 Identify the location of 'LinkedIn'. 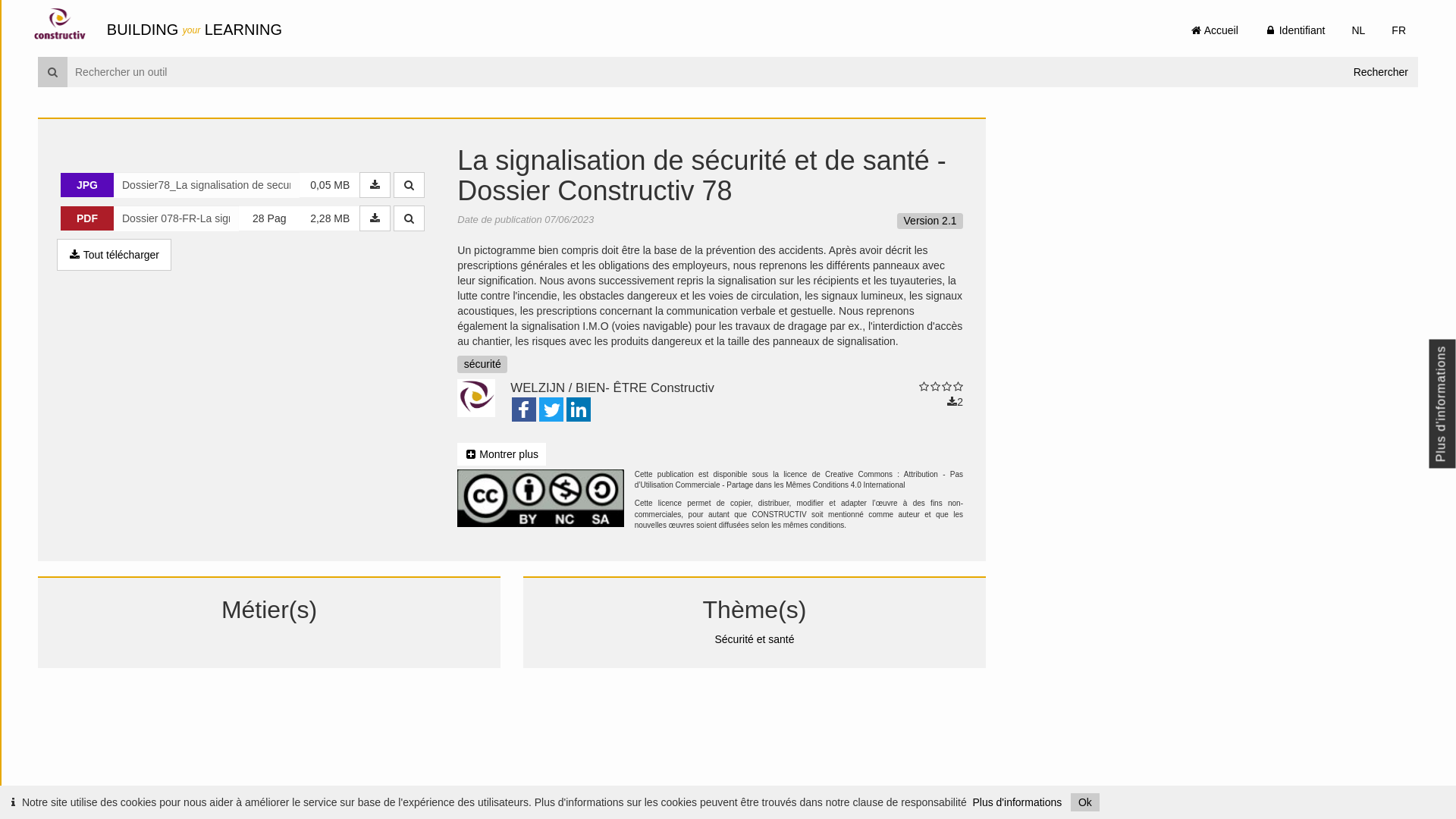
(578, 410).